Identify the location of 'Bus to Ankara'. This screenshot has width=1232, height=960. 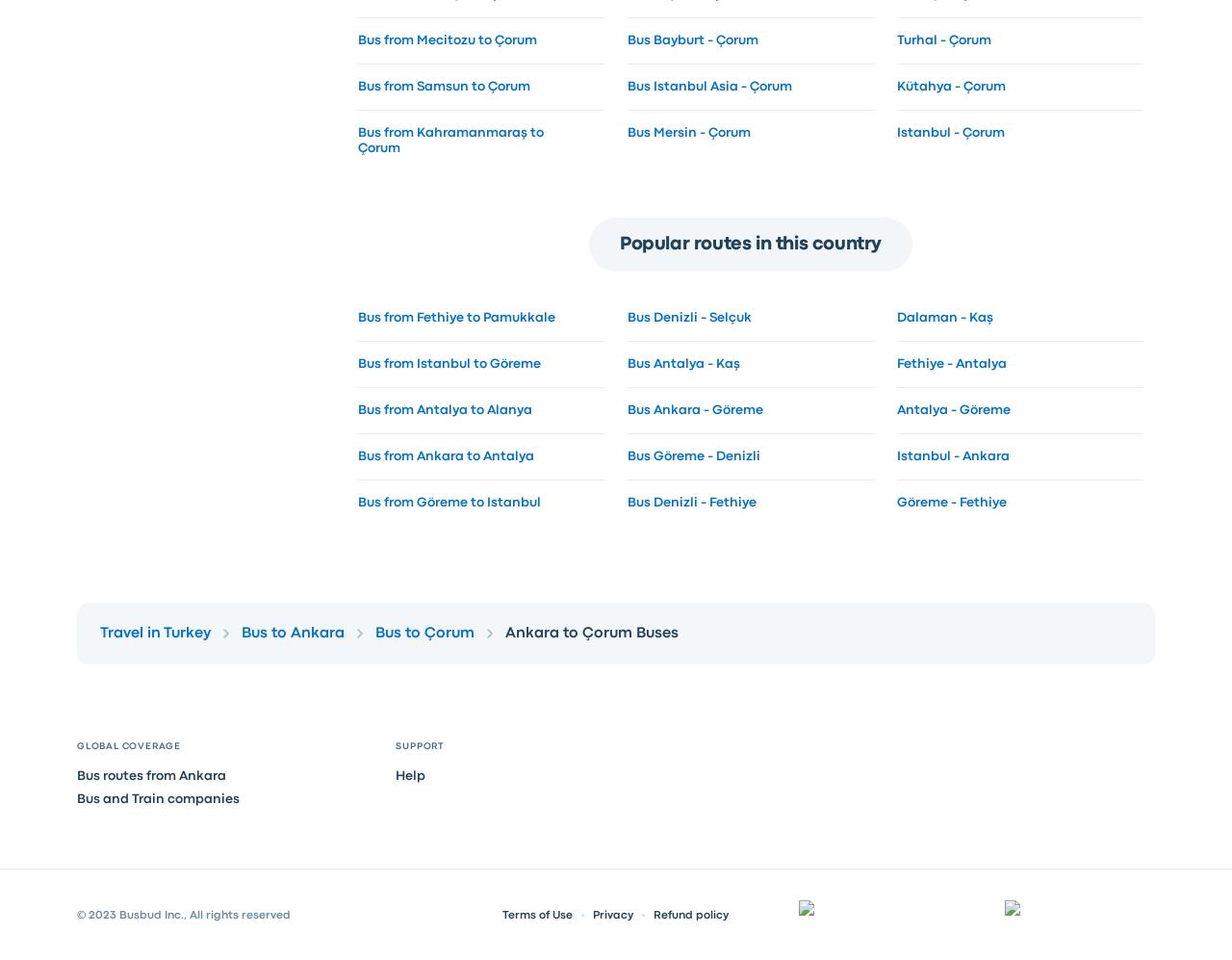
(292, 633).